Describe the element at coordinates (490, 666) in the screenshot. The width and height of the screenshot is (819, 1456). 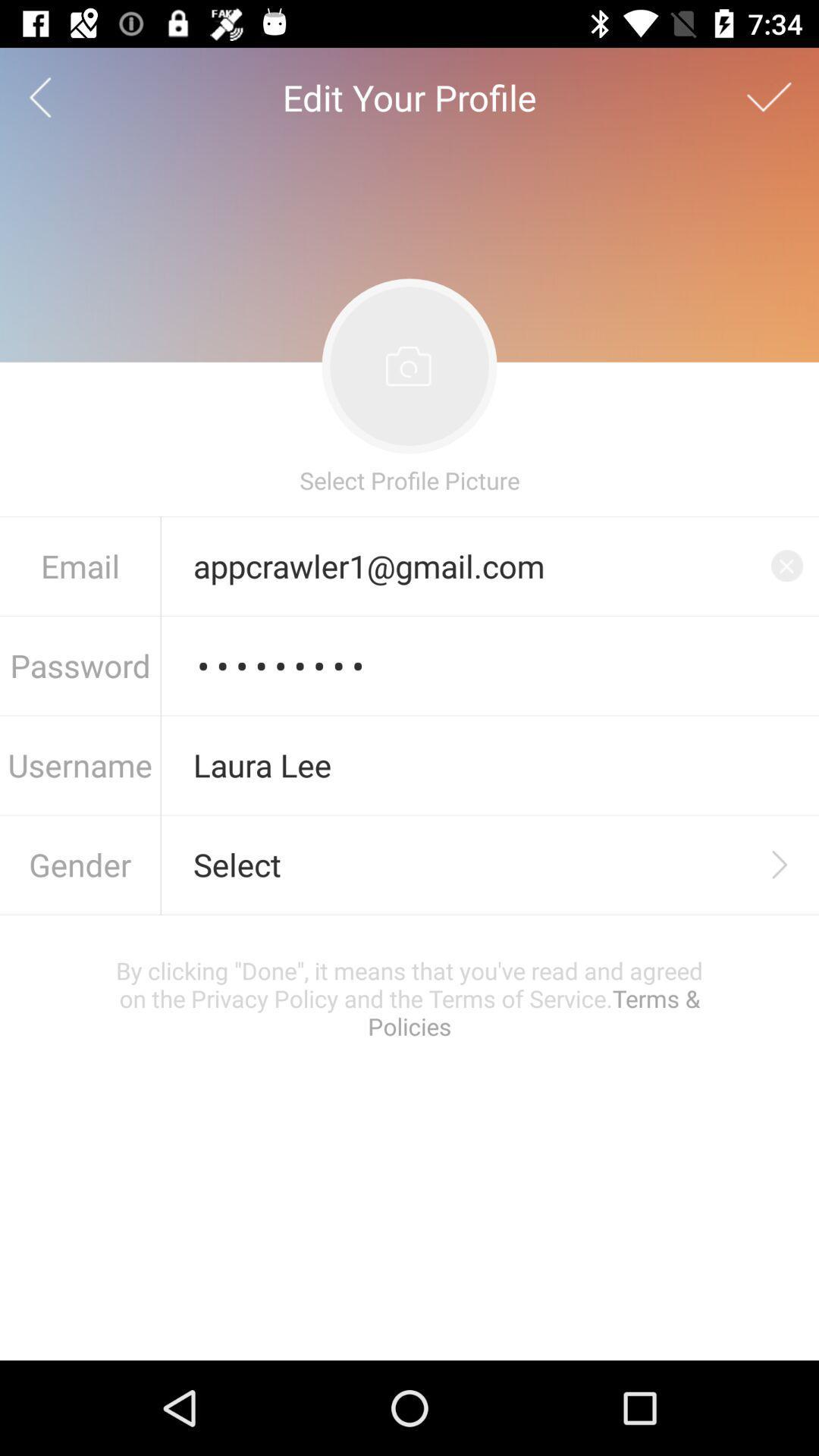
I see `password` at that location.